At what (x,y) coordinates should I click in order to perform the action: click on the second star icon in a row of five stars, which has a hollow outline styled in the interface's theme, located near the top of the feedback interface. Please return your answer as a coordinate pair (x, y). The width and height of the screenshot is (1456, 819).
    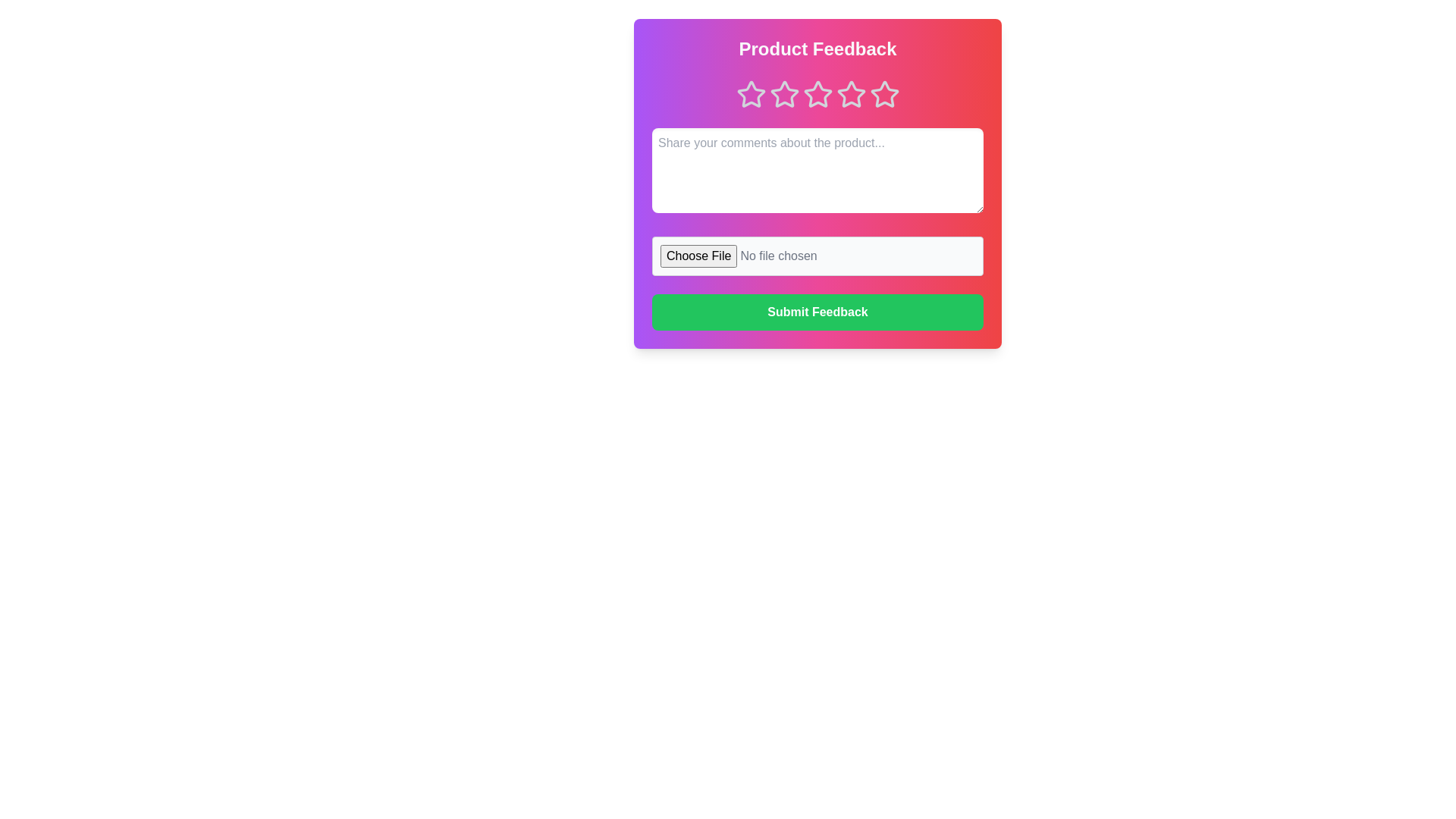
    Looking at the image, I should click on (784, 94).